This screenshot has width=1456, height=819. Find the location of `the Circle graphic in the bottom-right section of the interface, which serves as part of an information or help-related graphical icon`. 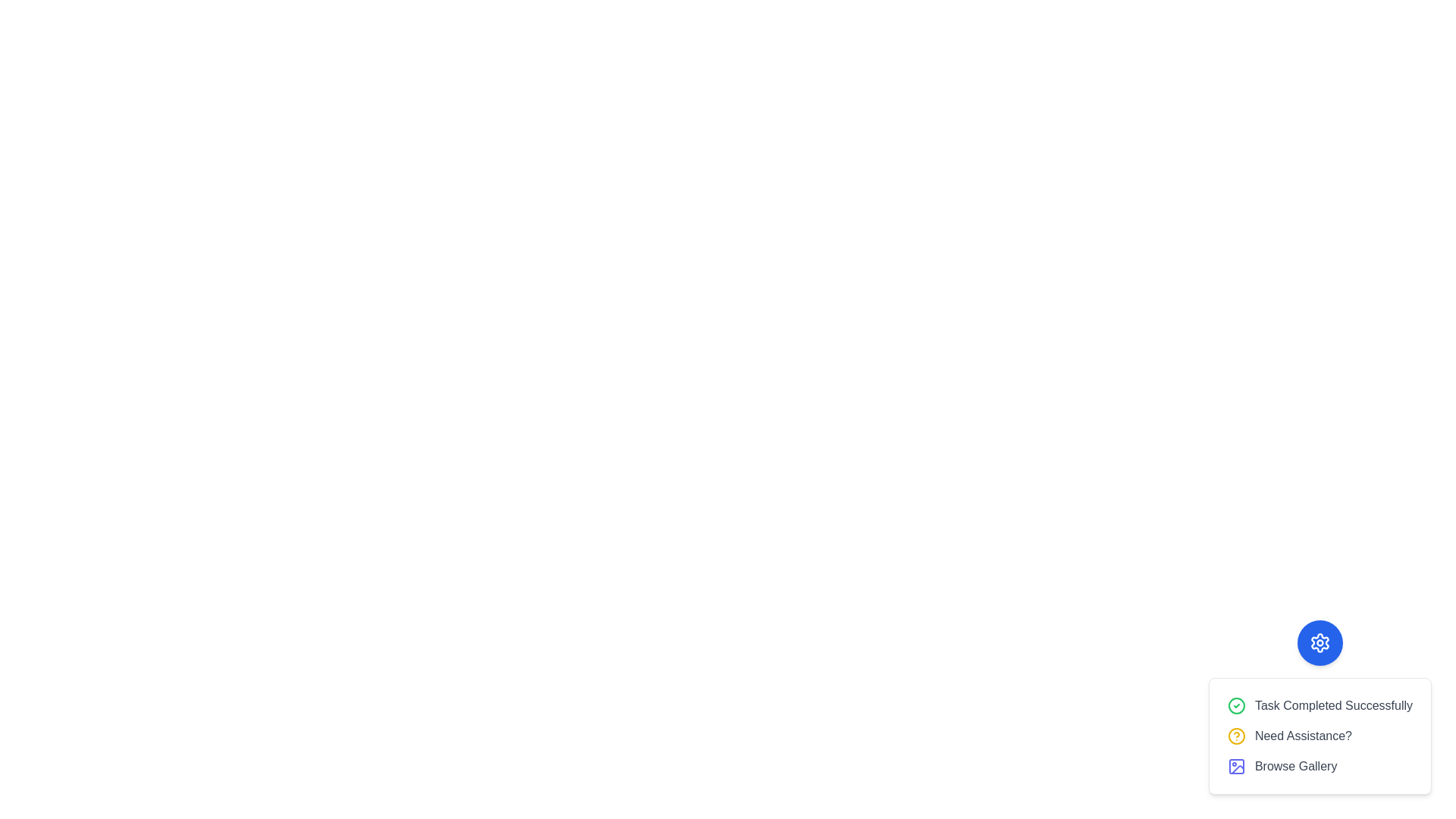

the Circle graphic in the bottom-right section of the interface, which serves as part of an information or help-related graphical icon is located at coordinates (1236, 736).